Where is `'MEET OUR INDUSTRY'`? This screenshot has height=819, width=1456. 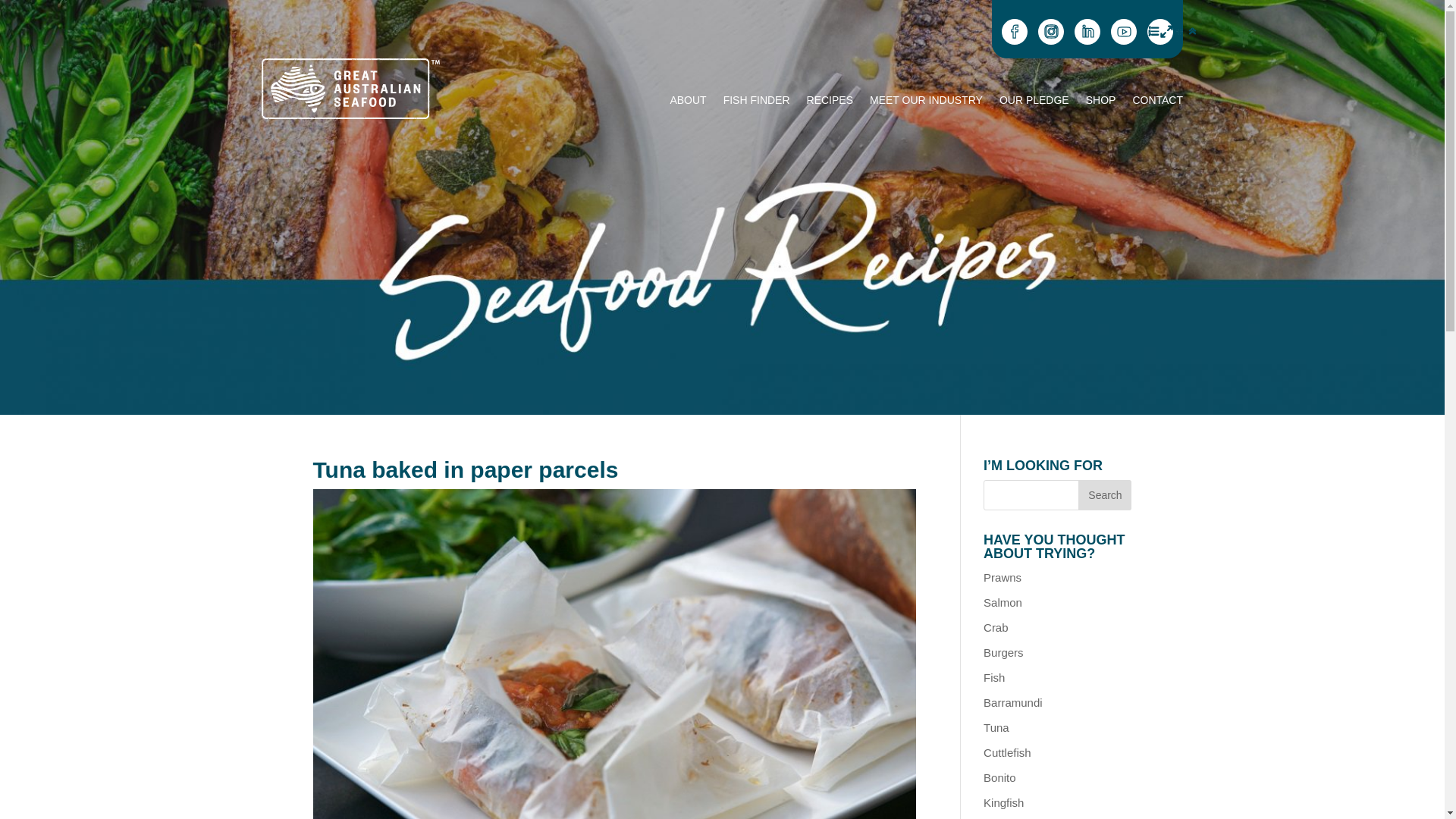
'MEET OUR INDUSTRY' is located at coordinates (925, 102).